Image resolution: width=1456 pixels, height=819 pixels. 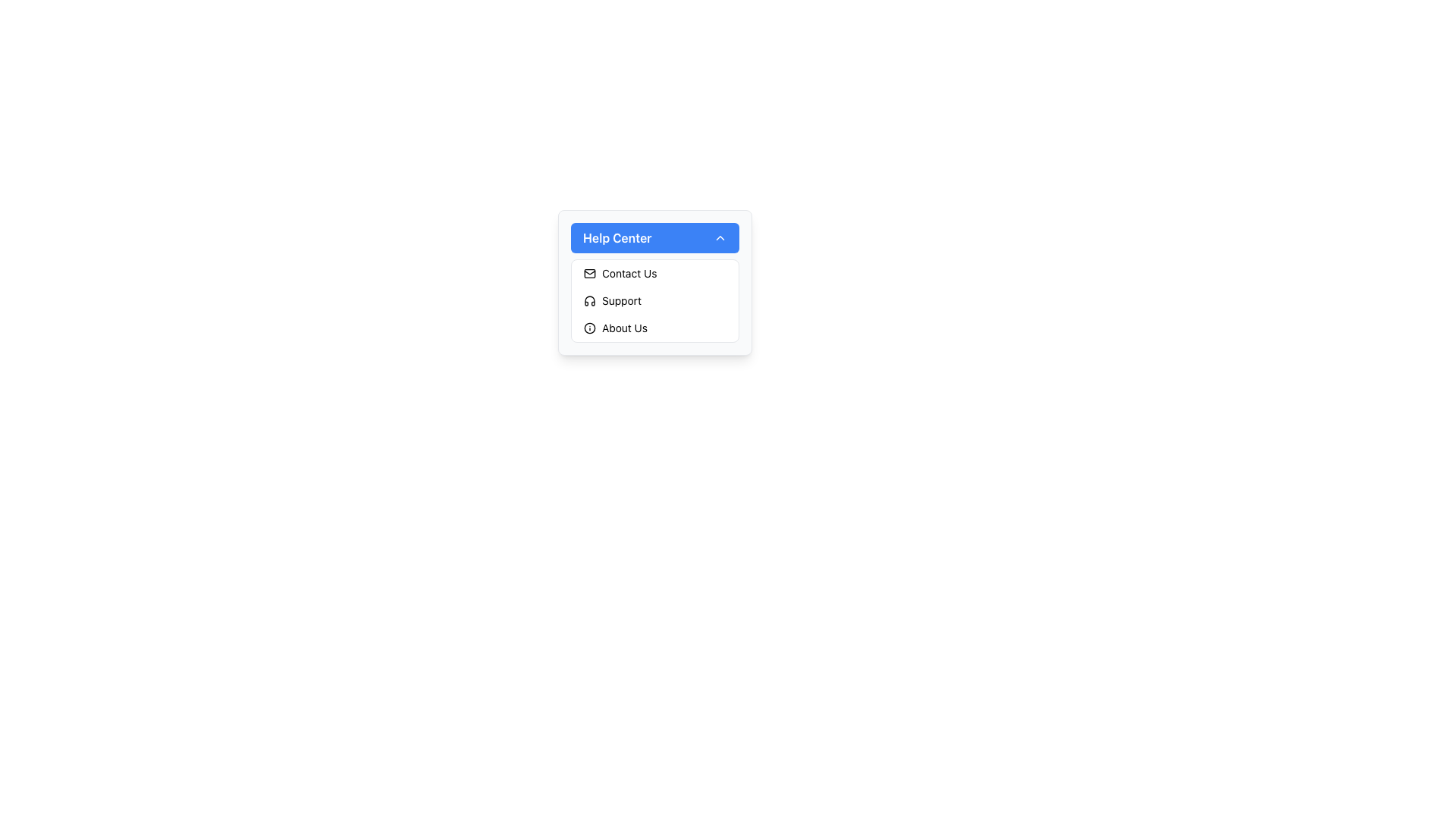 What do you see at coordinates (655, 283) in the screenshot?
I see `the light gray Dropdown menu containing options 'Contact Us', 'Support', and 'About Us'` at bounding box center [655, 283].